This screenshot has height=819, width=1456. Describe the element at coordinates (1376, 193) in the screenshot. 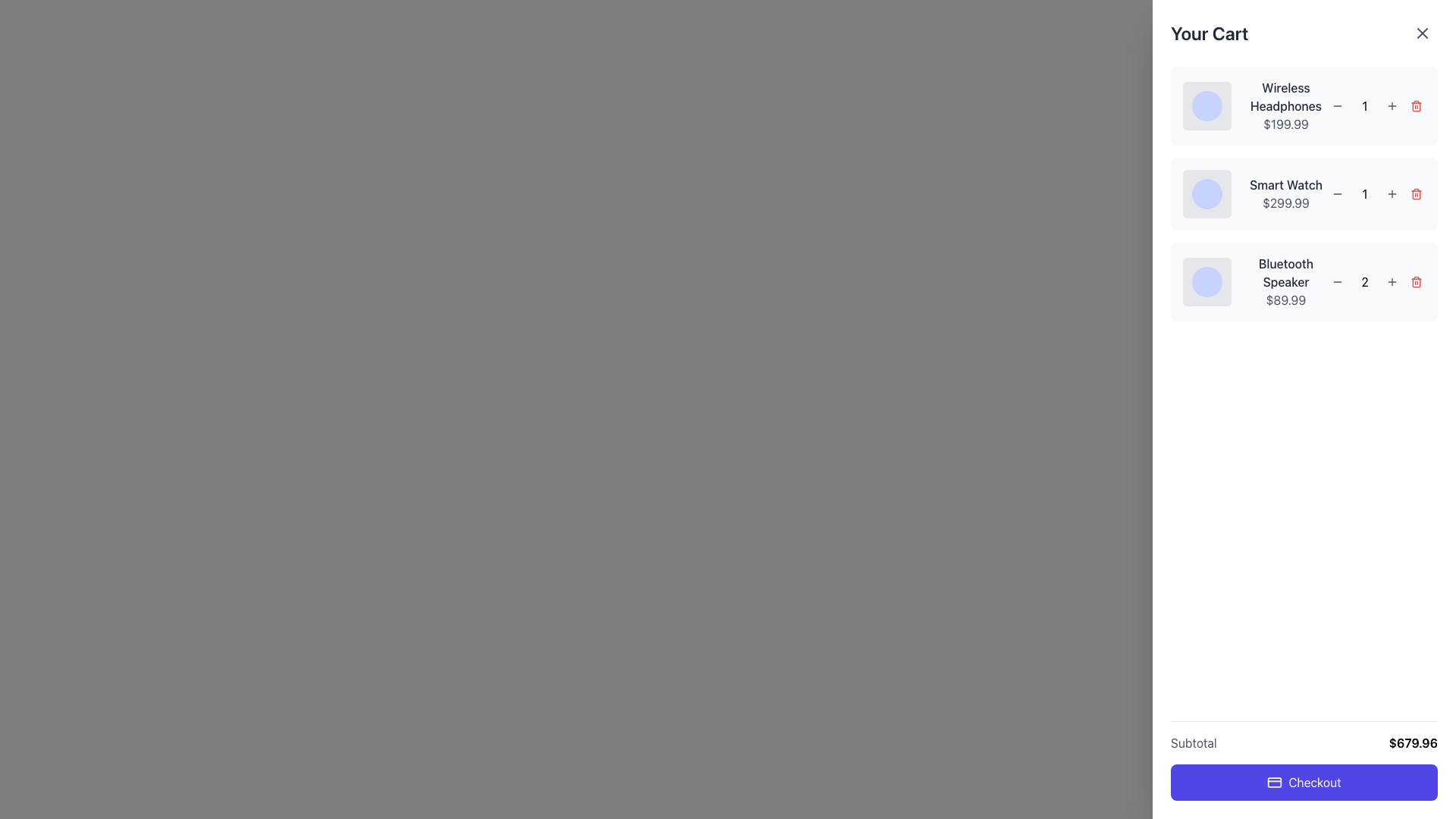

I see `the plus button in the quantity adjustment controls for the Smart Watch item in the shopping cart to increase the quantity` at that location.